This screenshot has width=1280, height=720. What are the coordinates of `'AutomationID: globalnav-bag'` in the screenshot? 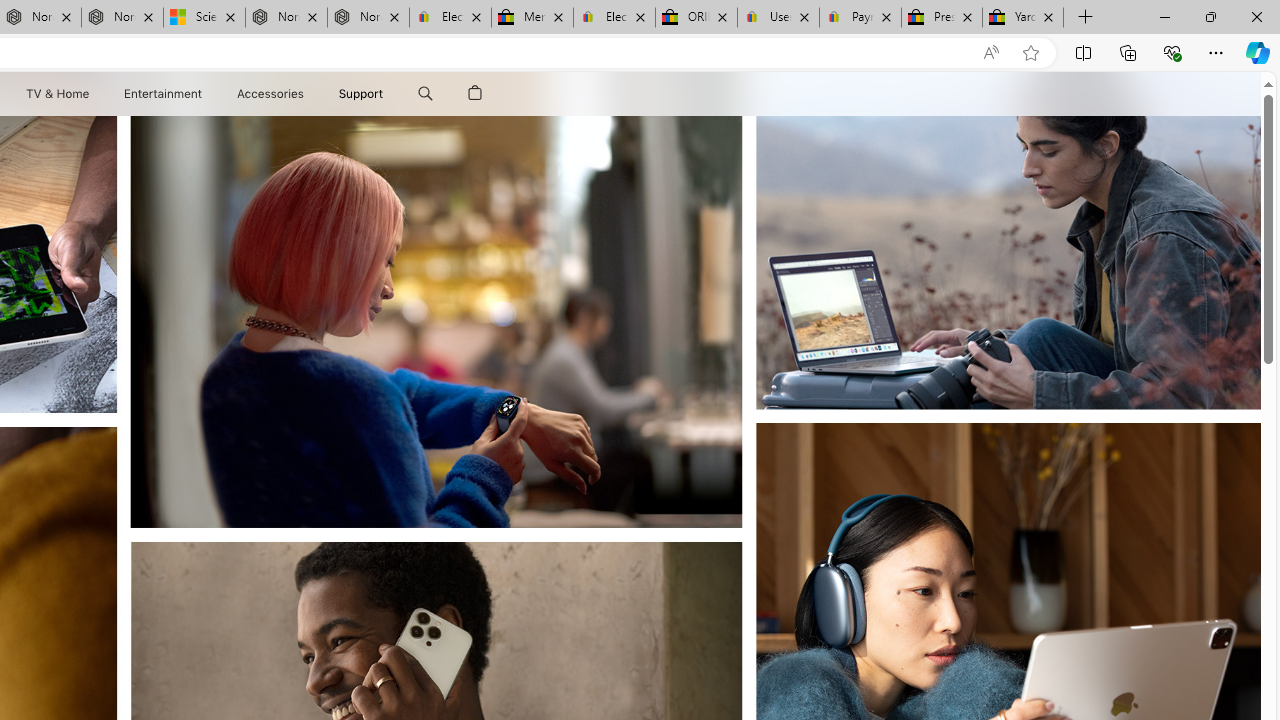 It's located at (474, 93).